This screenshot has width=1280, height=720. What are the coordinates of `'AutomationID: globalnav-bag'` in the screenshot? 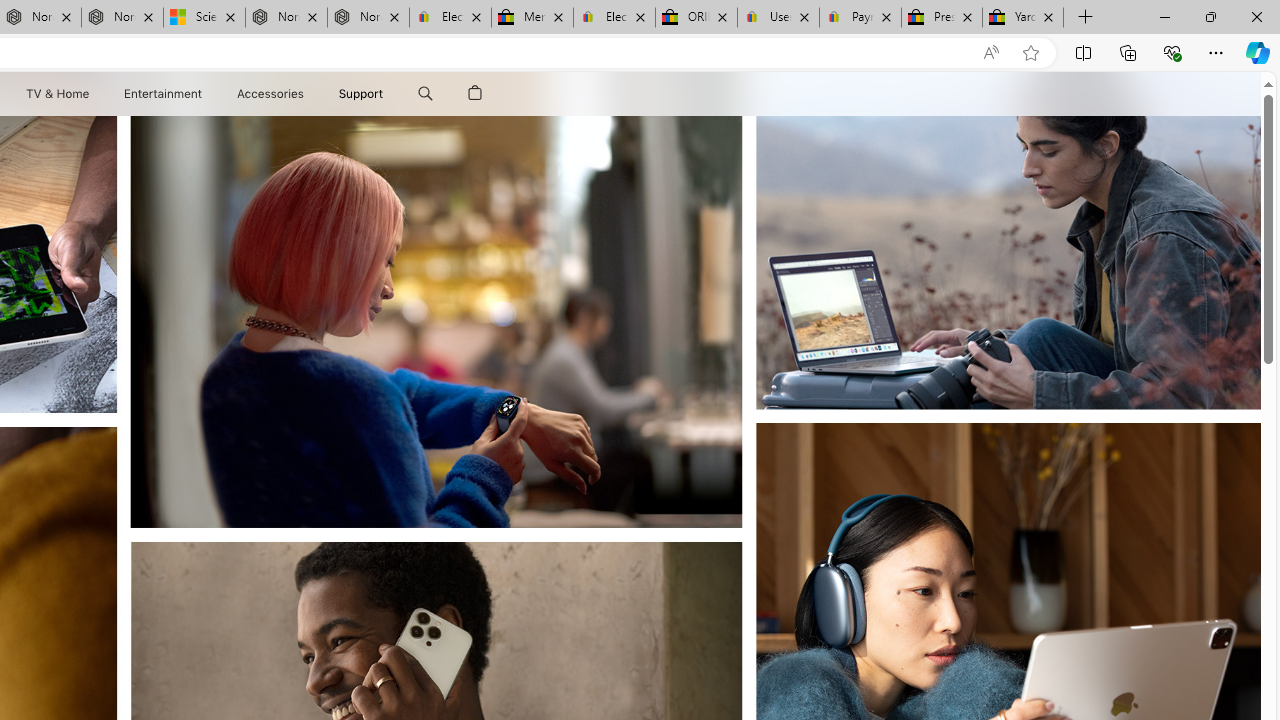 It's located at (474, 93).